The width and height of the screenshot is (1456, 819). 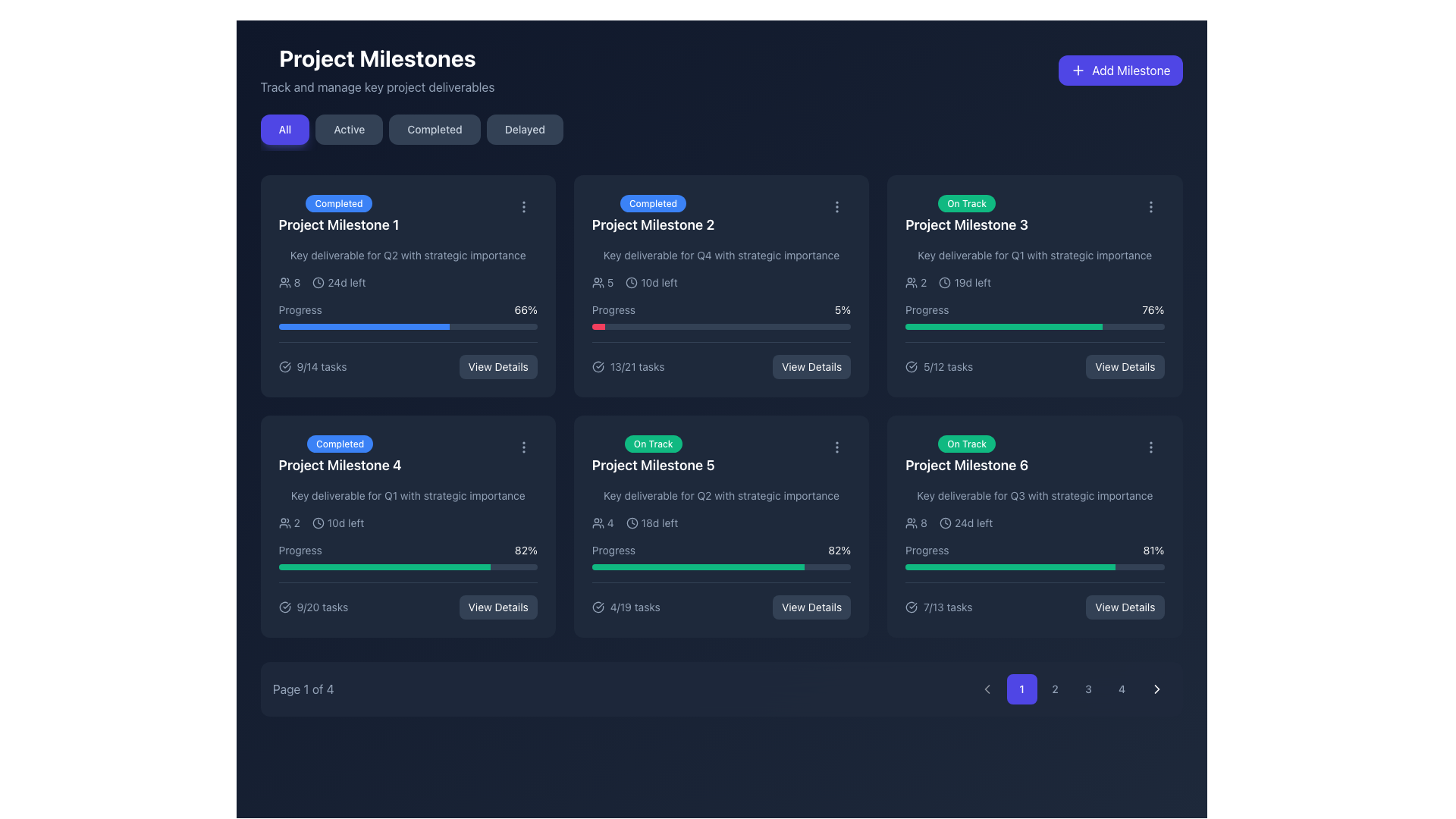 I want to click on text label that says 'Key deliverable for Q3 with strategic importance' located beneath the title 'Project Milestone 6' in the card layout, so click(x=1034, y=496).